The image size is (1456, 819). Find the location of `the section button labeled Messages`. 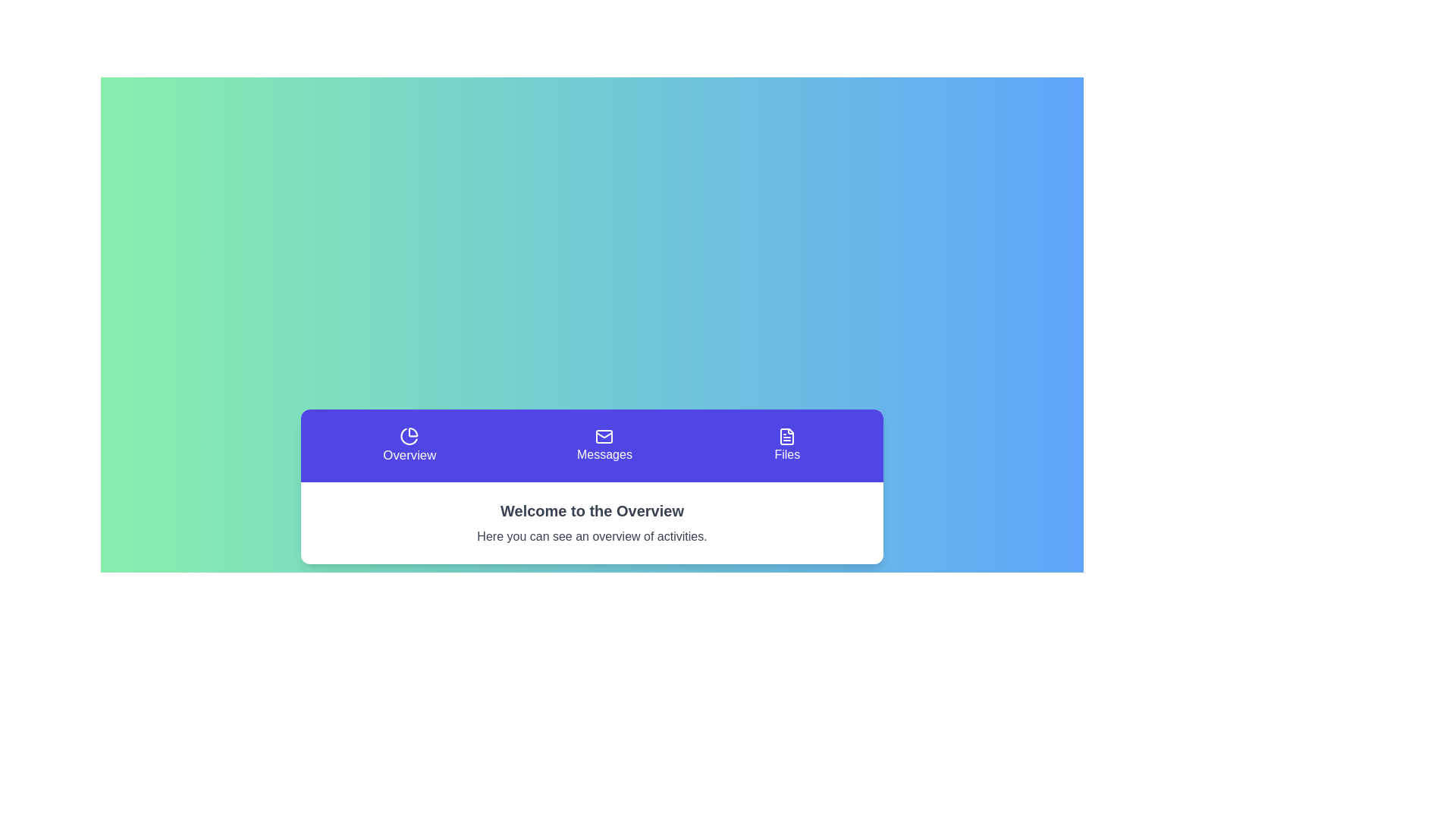

the section button labeled Messages is located at coordinates (603, 444).